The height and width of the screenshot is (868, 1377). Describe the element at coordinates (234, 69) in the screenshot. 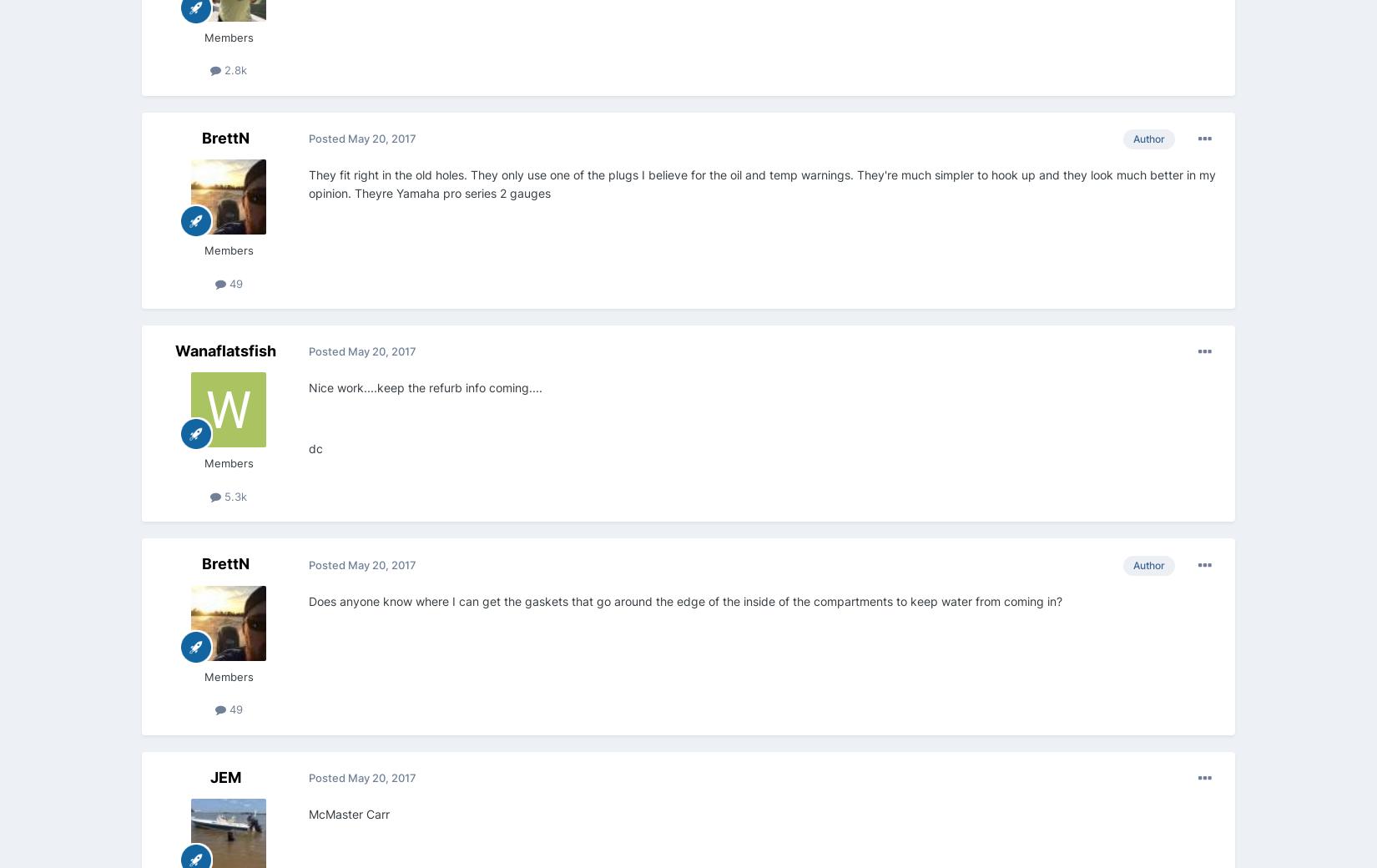

I see `'2.8k'` at that location.